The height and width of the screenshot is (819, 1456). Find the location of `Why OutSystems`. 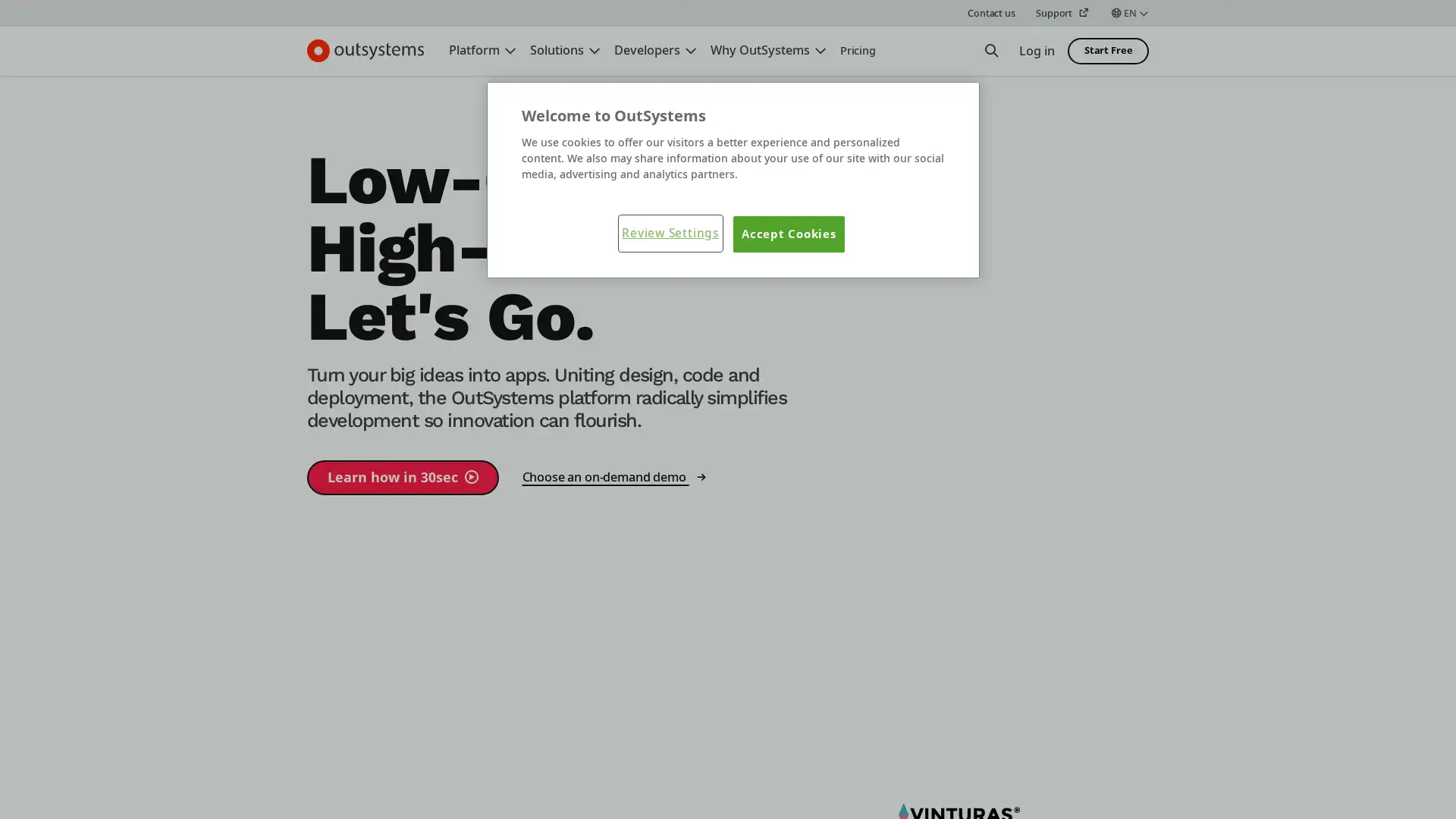

Why OutSystems is located at coordinates (768, 49).